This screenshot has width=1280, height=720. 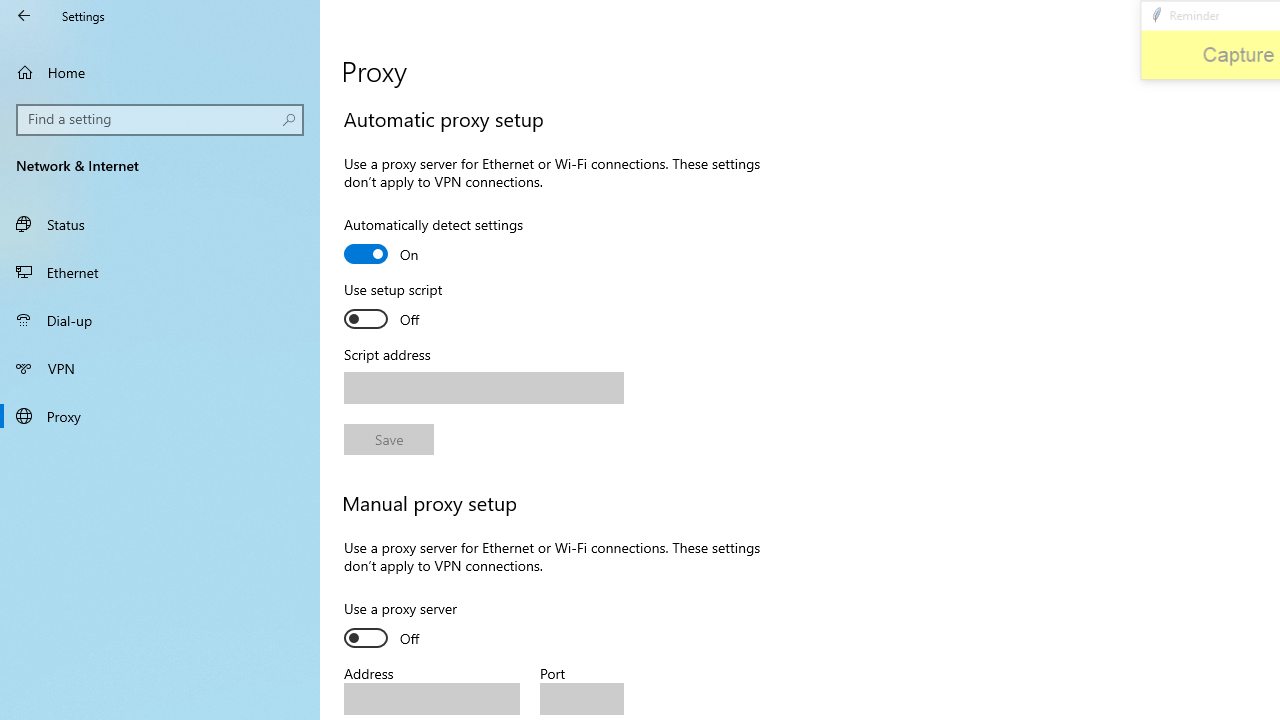 I want to click on 'Home', so click(x=160, y=71).